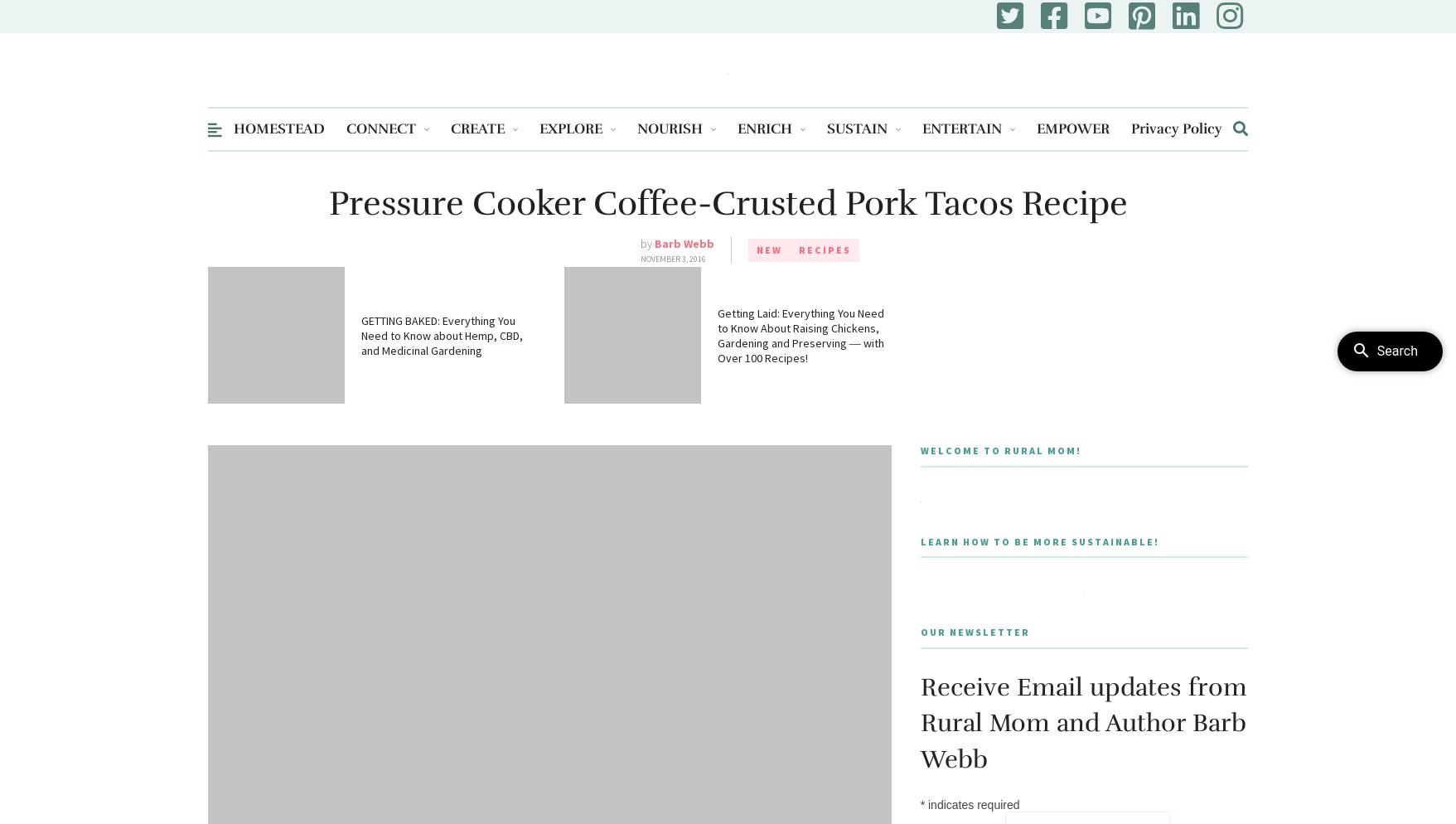 This screenshot has width=1456, height=824. What do you see at coordinates (922, 128) in the screenshot?
I see `'ENTERTAIN'` at bounding box center [922, 128].